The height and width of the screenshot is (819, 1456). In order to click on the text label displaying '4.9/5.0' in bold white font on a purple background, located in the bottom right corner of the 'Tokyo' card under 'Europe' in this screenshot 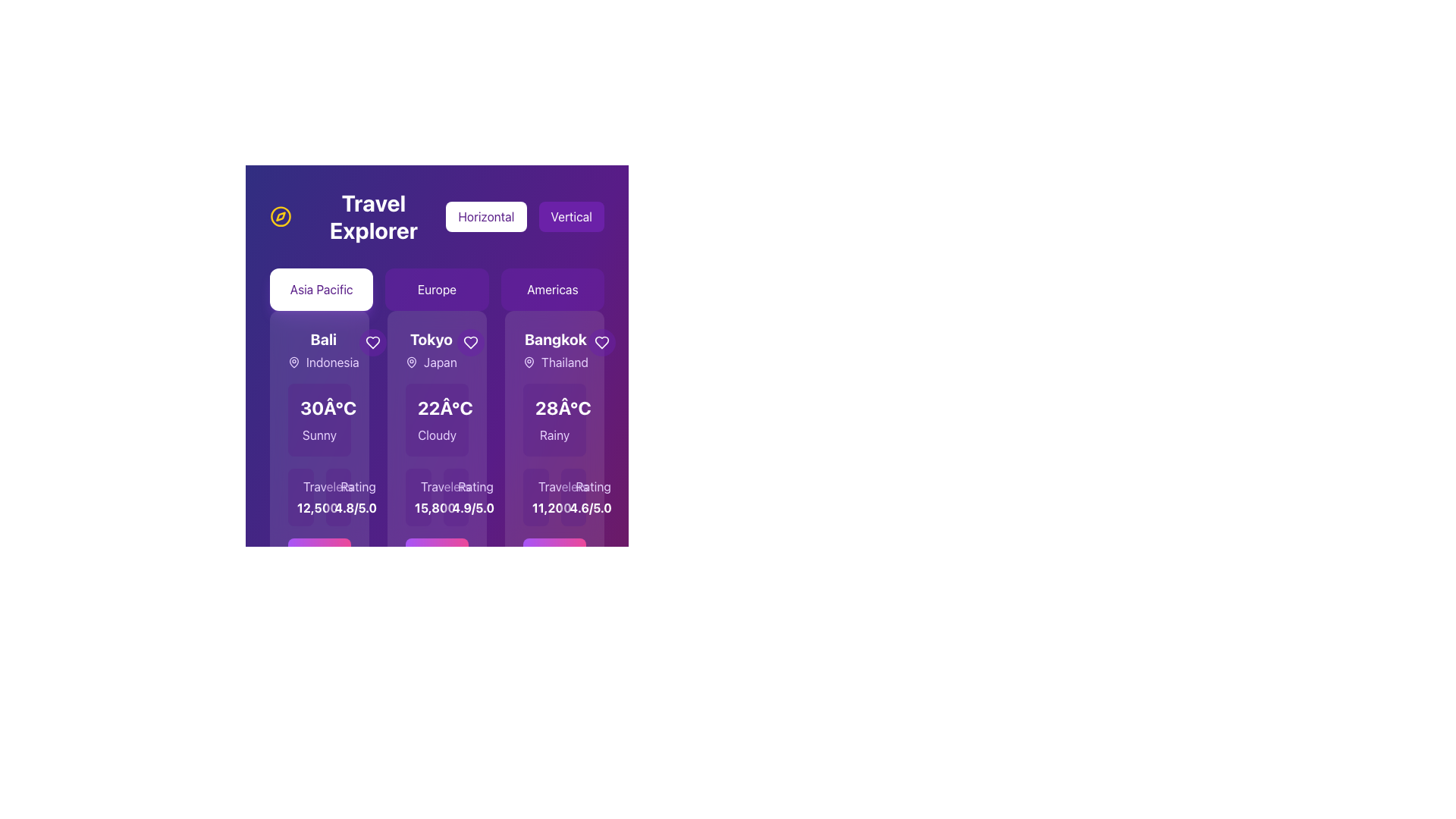, I will do `click(455, 508)`.